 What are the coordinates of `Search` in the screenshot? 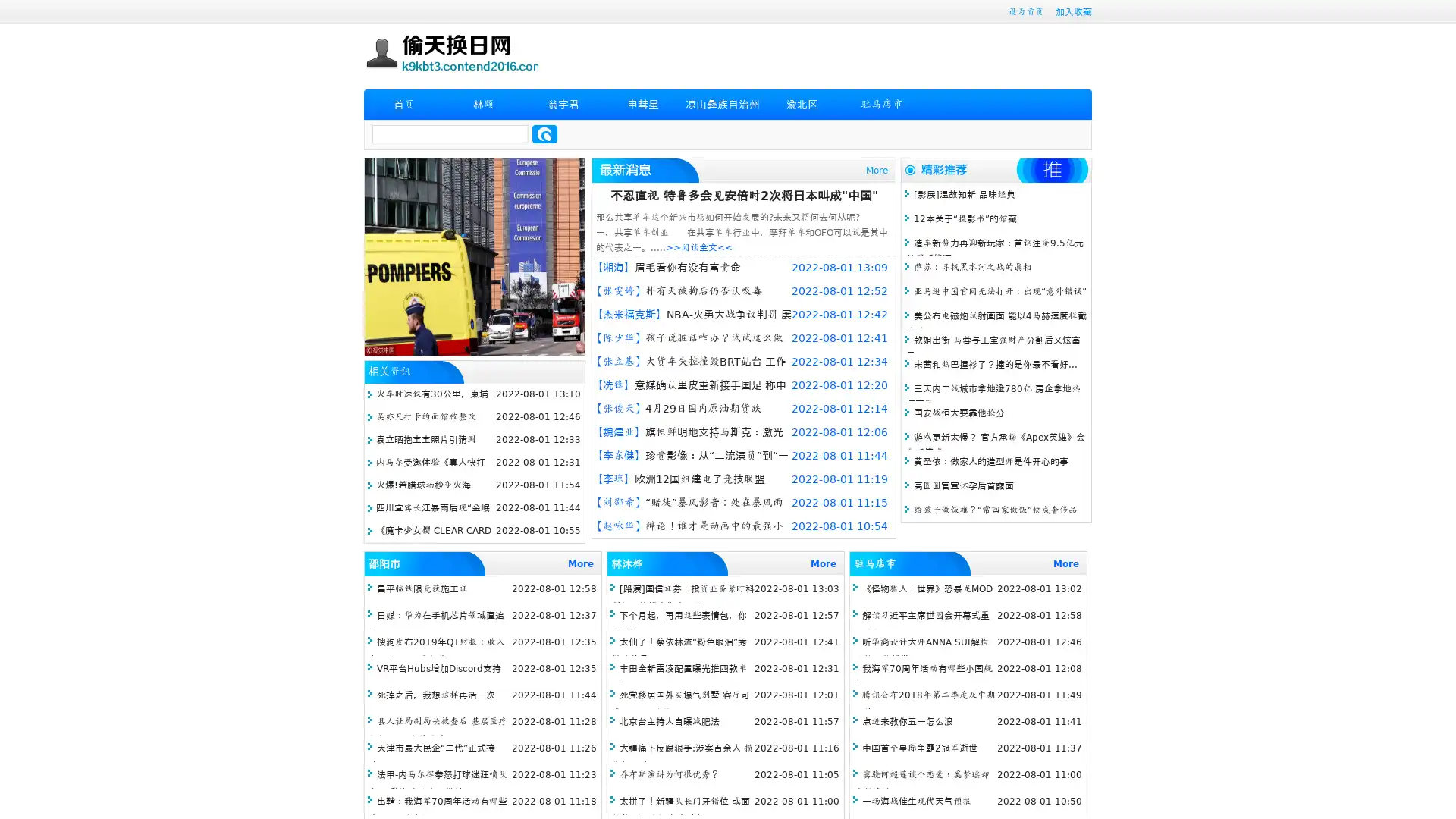 It's located at (544, 133).